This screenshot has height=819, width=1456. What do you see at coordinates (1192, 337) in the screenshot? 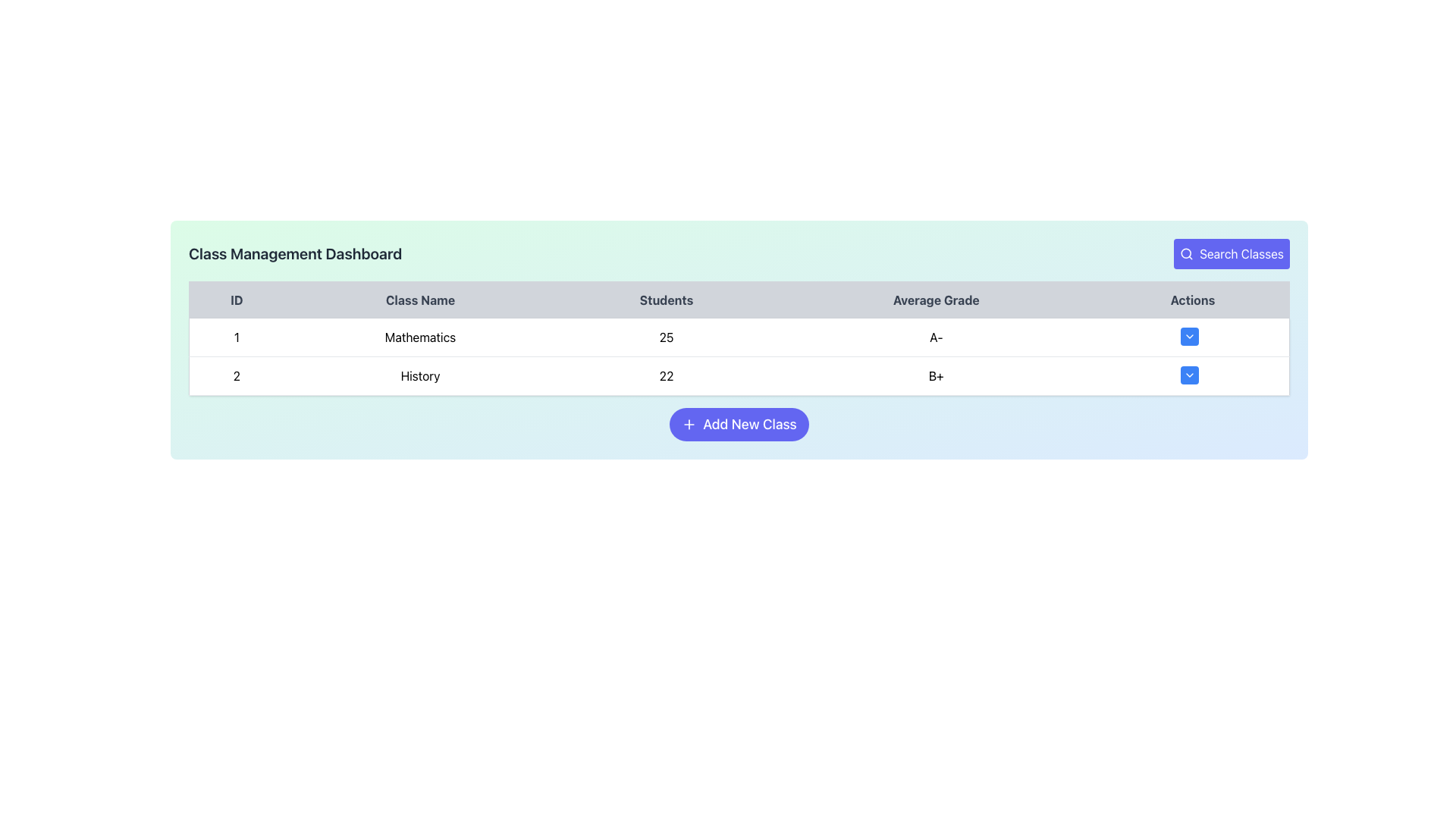
I see `the interactive button in the 'Actions' column of the first row corresponding to the 'Mathematics' class entry` at bounding box center [1192, 337].